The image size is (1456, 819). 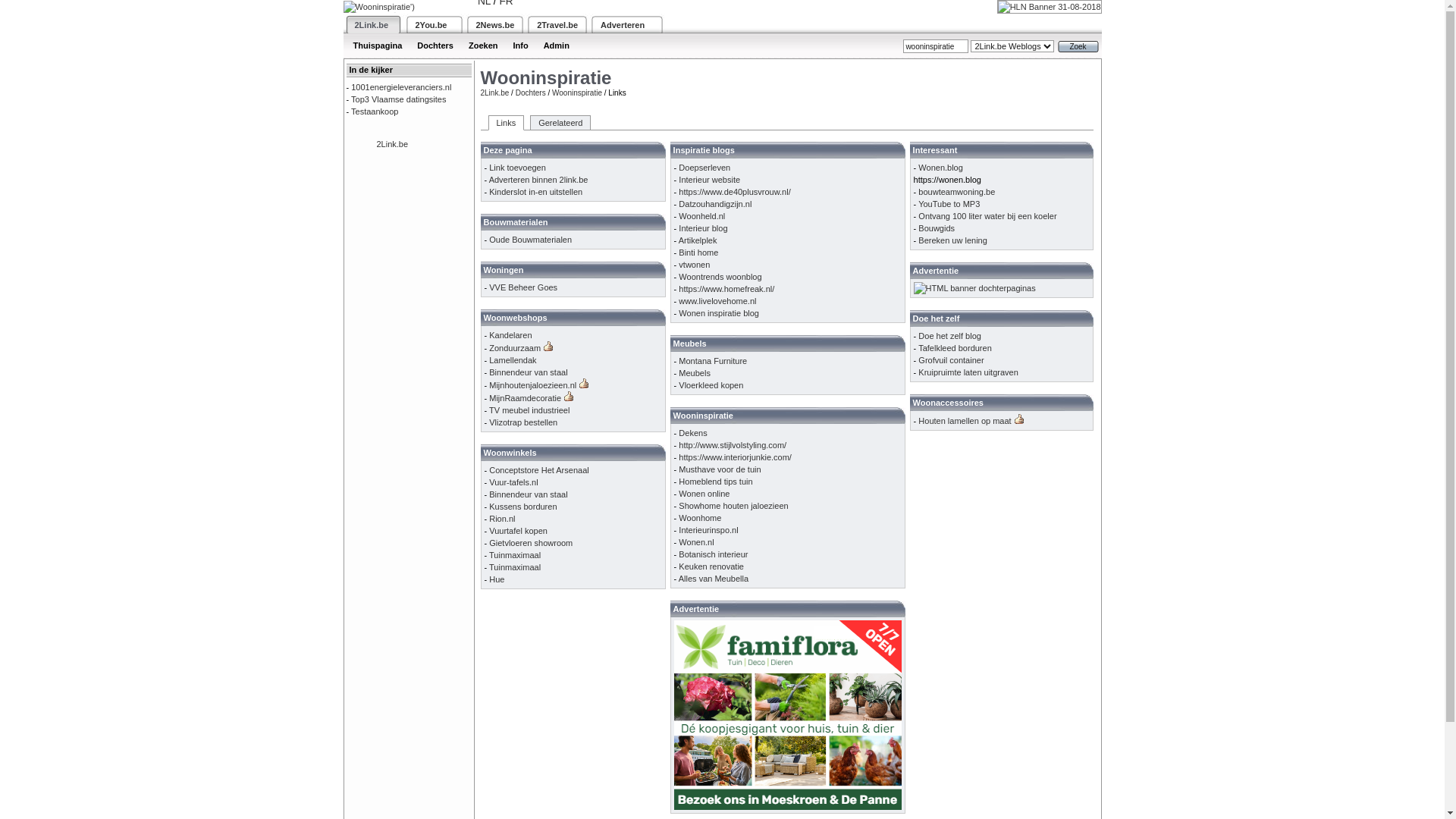 What do you see at coordinates (488, 359) in the screenshot?
I see `'Lamellendak'` at bounding box center [488, 359].